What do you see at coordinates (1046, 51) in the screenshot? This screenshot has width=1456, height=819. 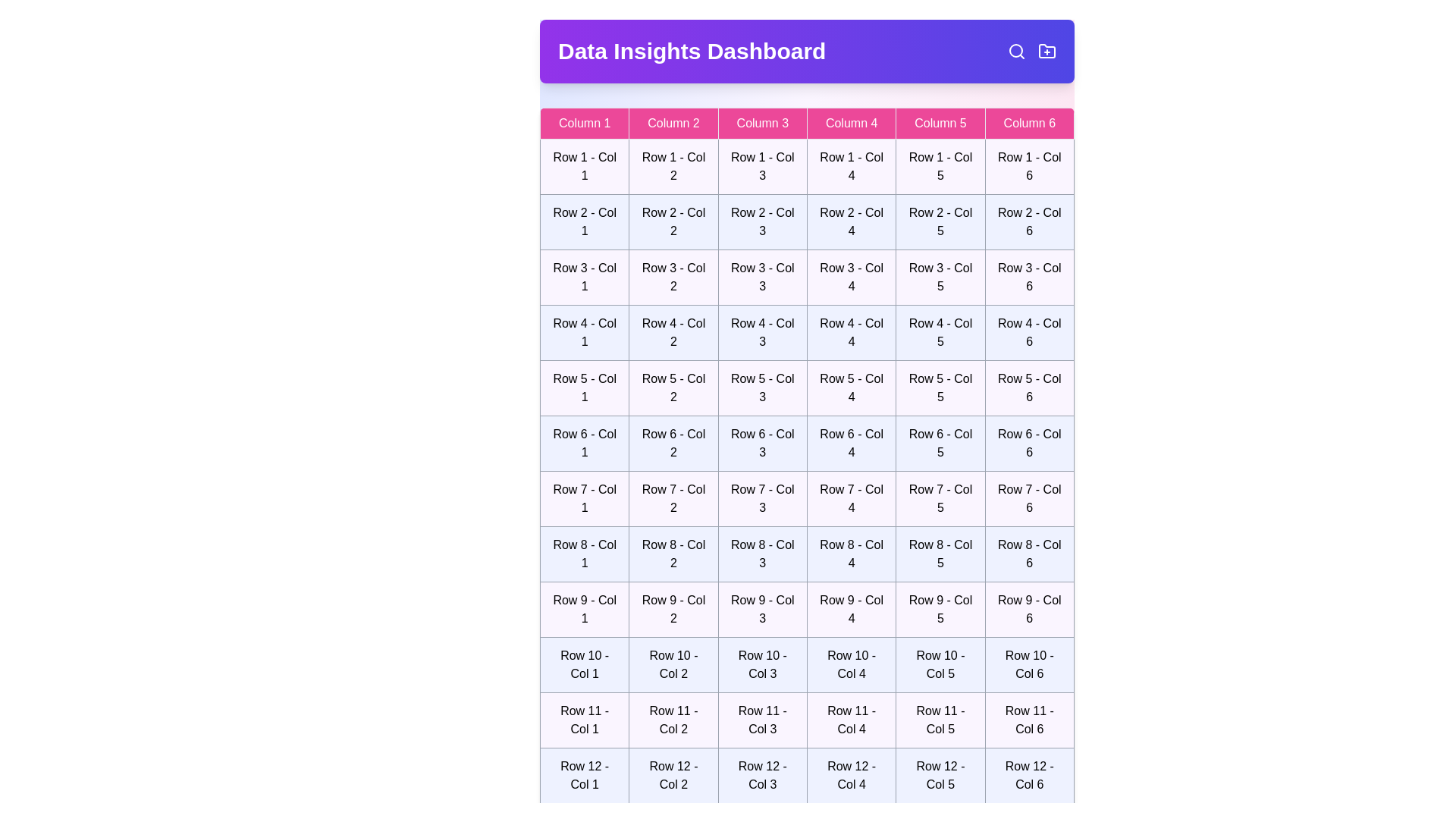 I see `the 'add folder' icon in the header` at bounding box center [1046, 51].